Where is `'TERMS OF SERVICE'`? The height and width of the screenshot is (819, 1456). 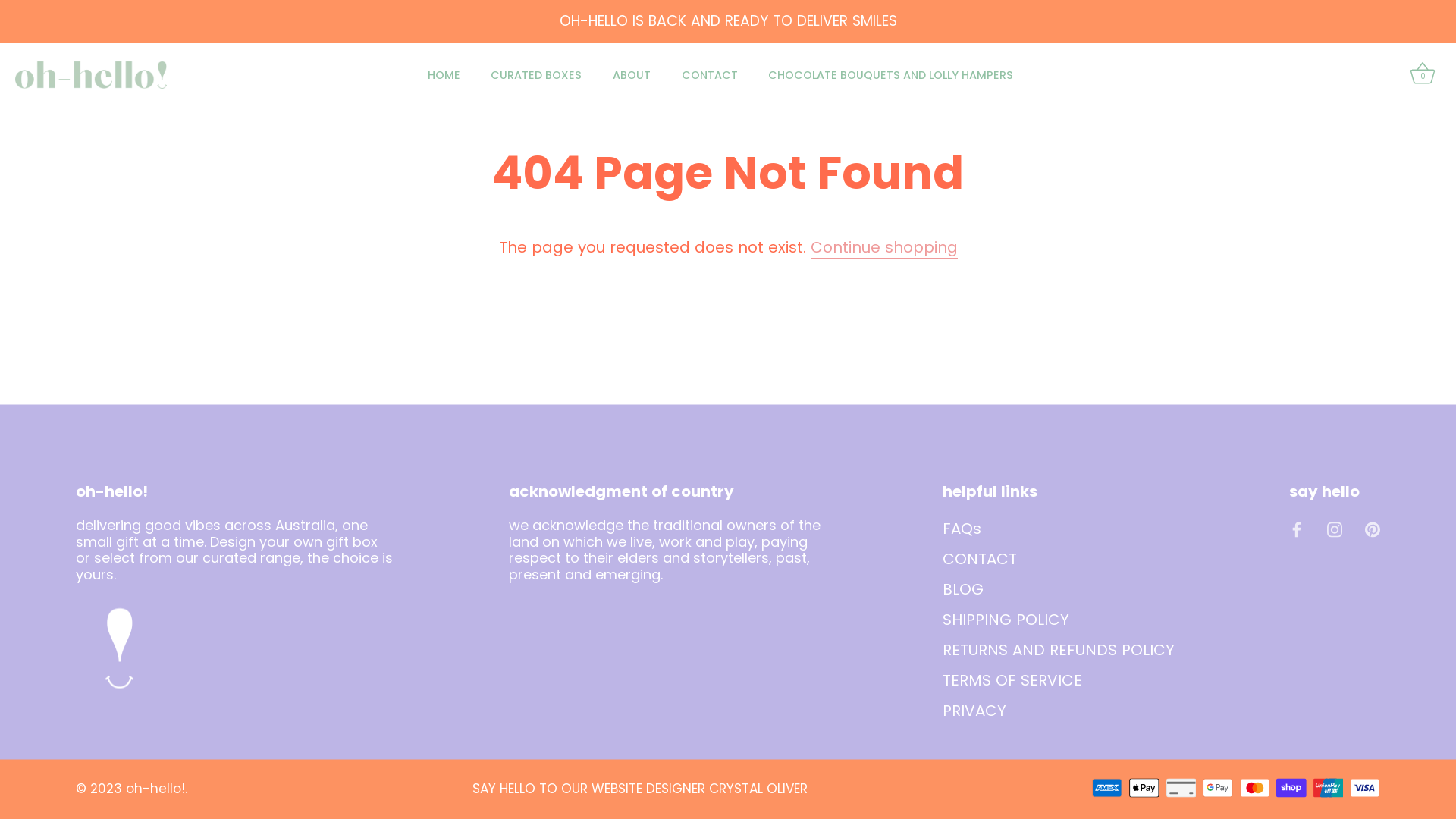
'TERMS OF SERVICE' is located at coordinates (1012, 678).